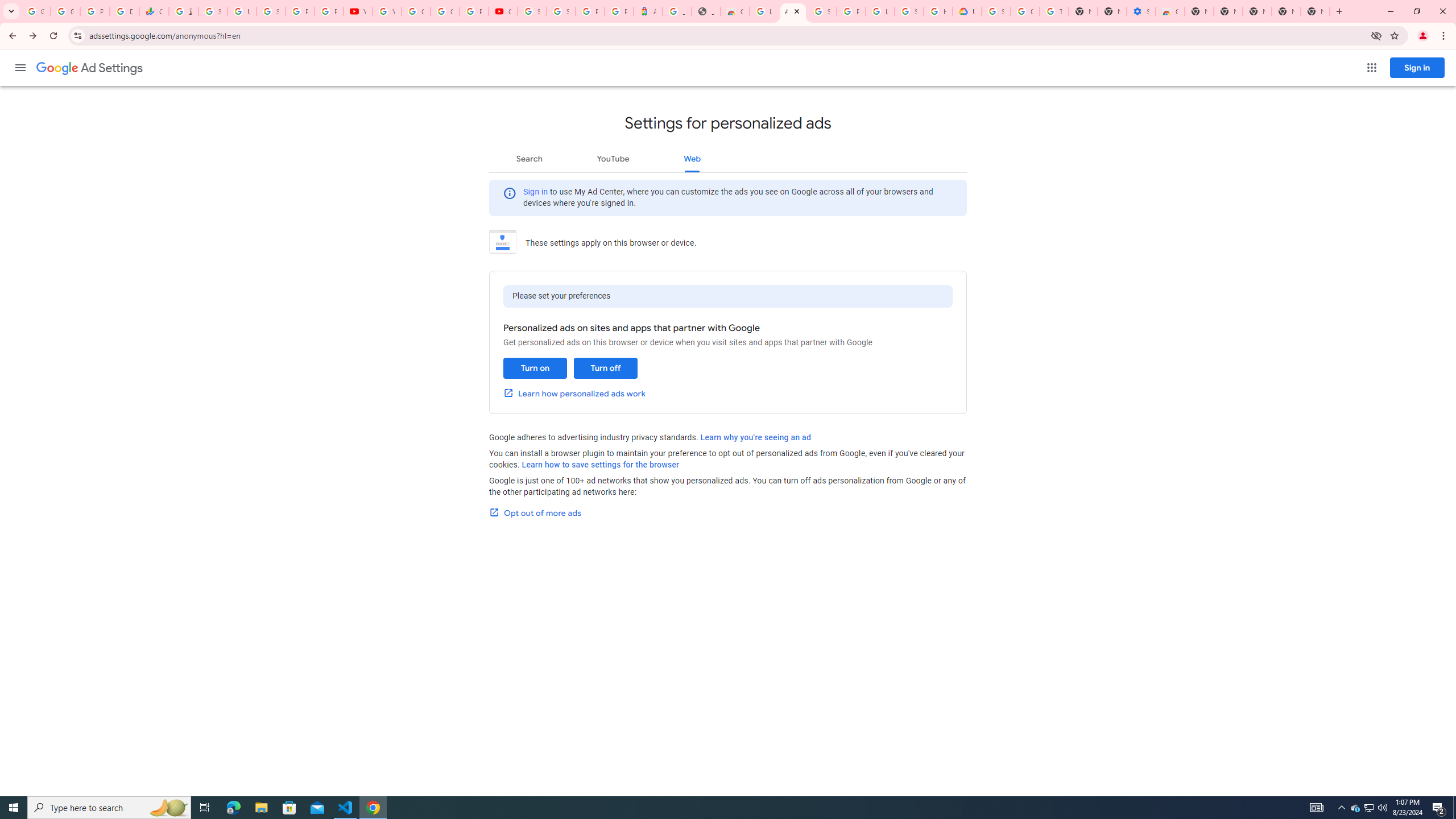 Image resolution: width=1456 pixels, height=819 pixels. Describe the element at coordinates (734, 11) in the screenshot. I see `'Chrome Web Store - Household'` at that location.